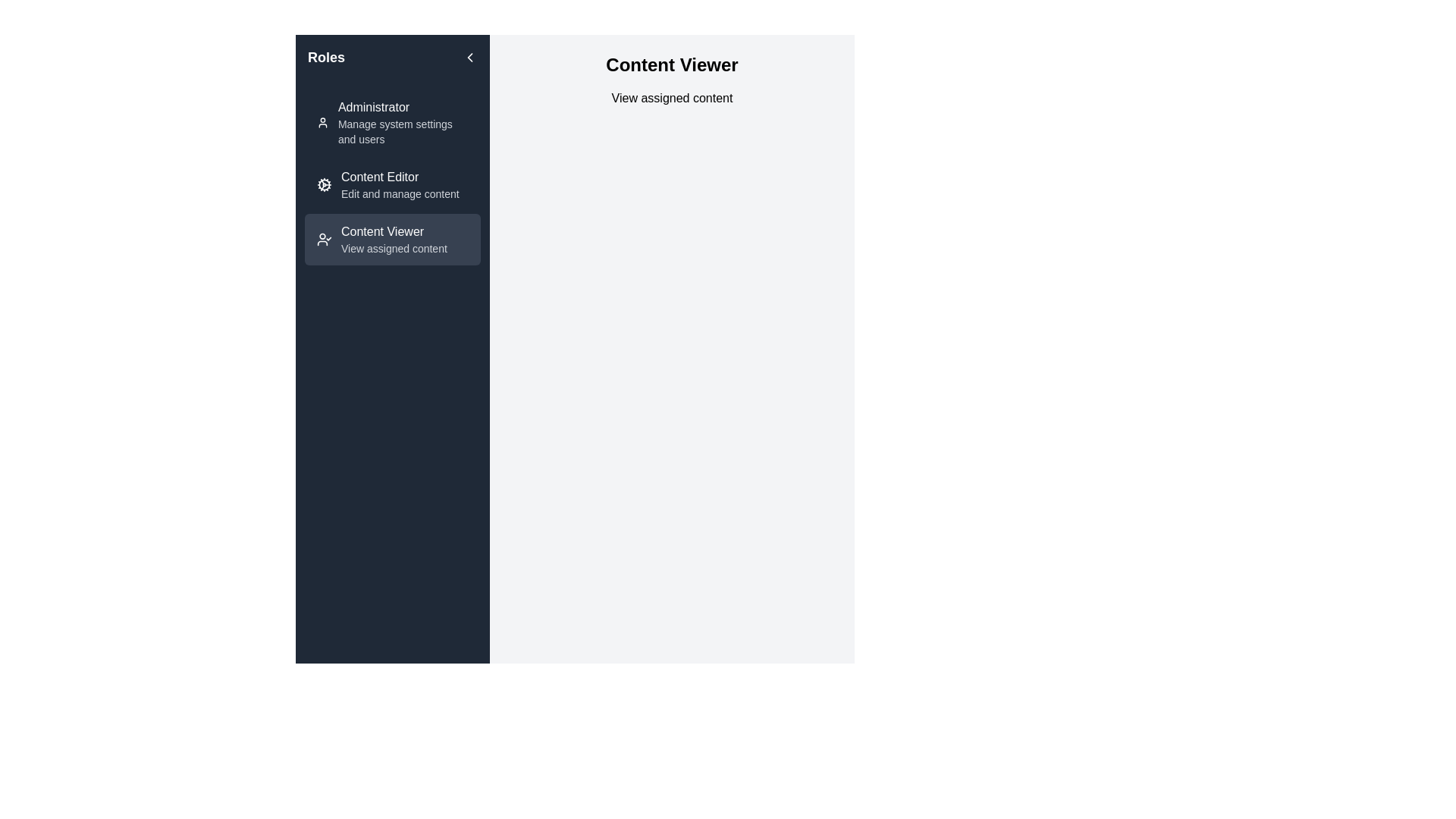 The height and width of the screenshot is (819, 1456). I want to click on the 'Content Viewer' button in the sidebar menu, which has a dark gray background, rounded corners, and includes a user icon with a checkmark and text stating 'Content Viewer', so click(393, 239).